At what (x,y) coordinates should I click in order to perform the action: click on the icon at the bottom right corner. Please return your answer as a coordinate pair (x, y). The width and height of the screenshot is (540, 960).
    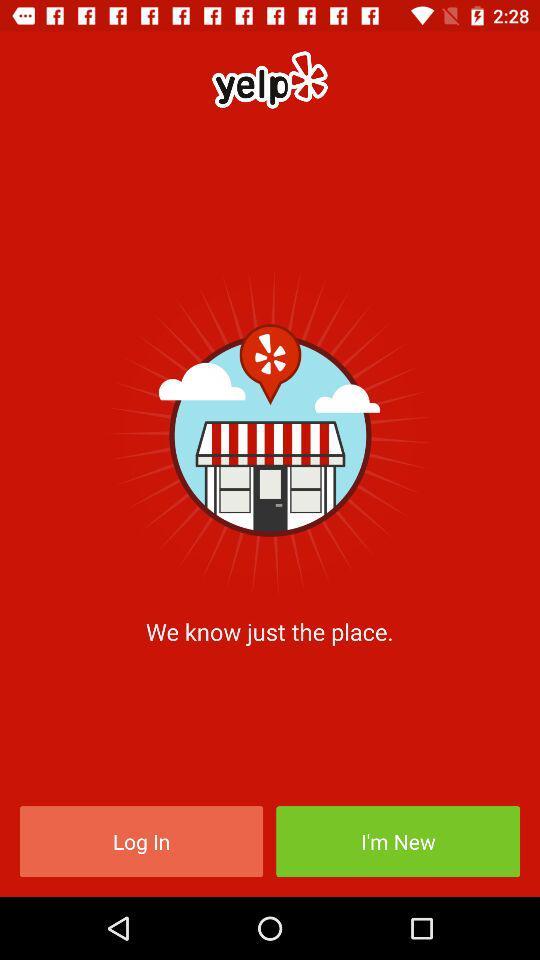
    Looking at the image, I should click on (398, 840).